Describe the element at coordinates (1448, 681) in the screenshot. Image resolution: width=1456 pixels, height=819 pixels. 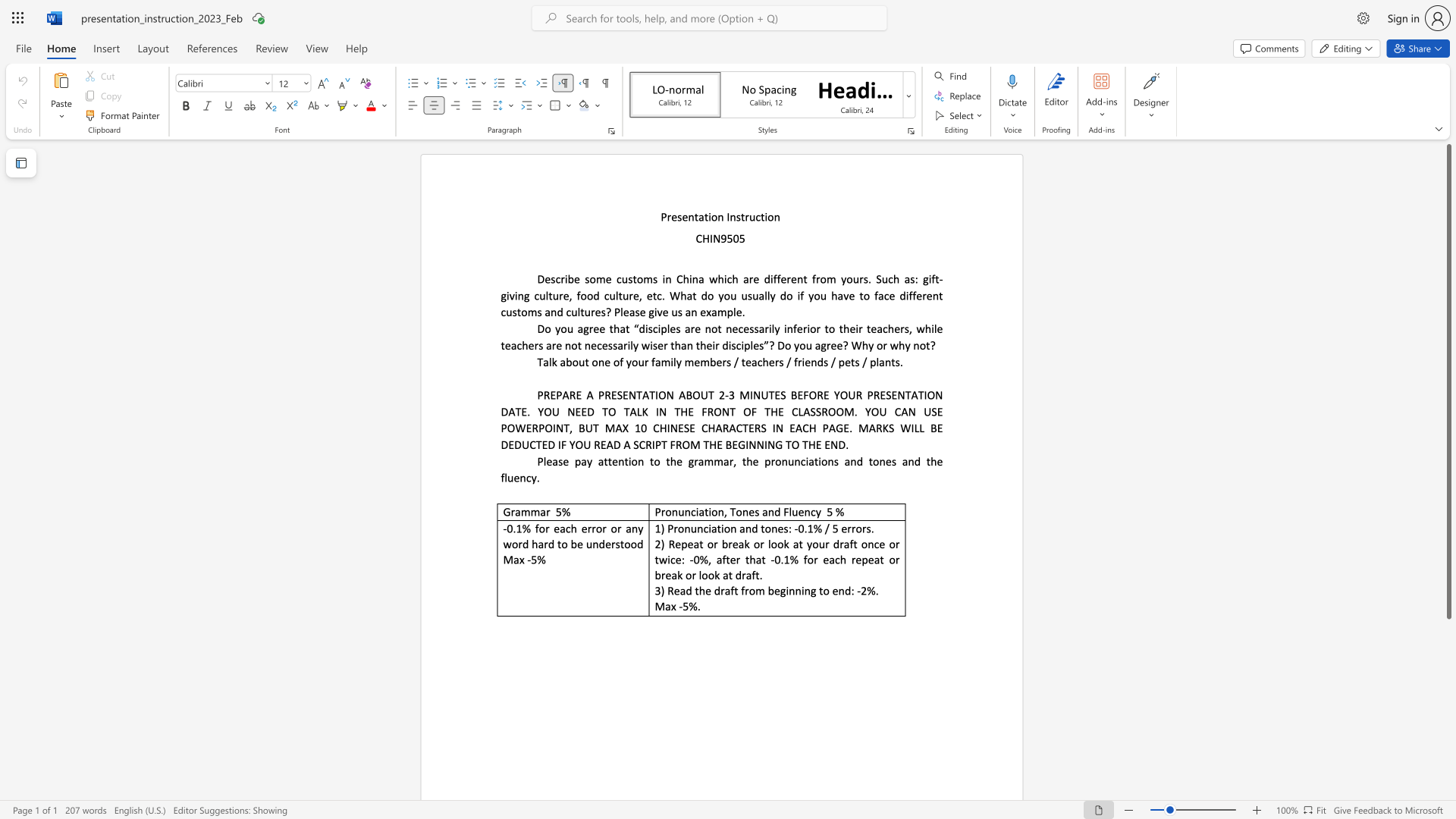
I see `the scrollbar to scroll the page down` at that location.